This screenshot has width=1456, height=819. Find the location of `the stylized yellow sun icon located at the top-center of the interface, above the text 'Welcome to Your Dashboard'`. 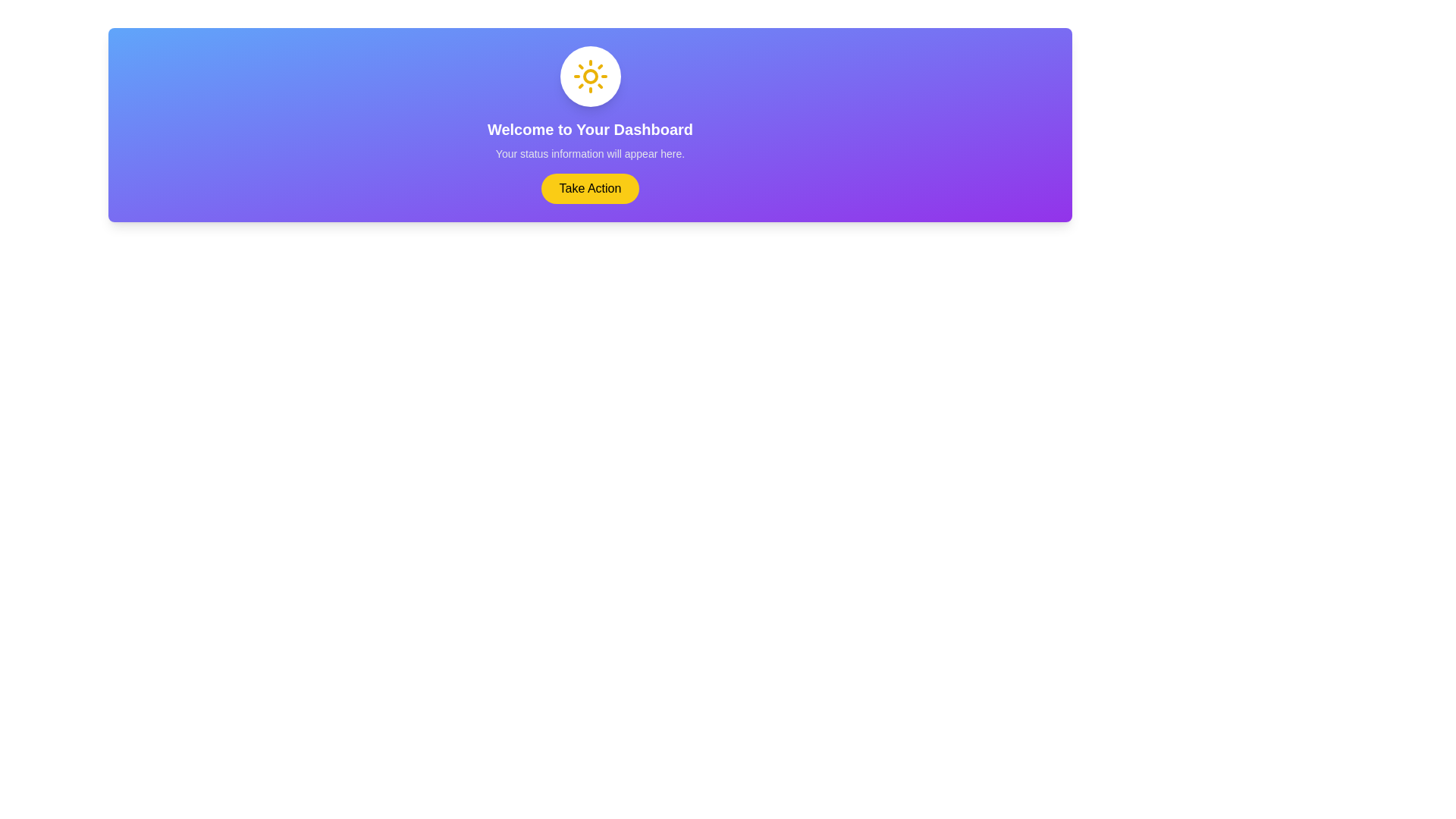

the stylized yellow sun icon located at the top-center of the interface, above the text 'Welcome to Your Dashboard' is located at coordinates (589, 76).